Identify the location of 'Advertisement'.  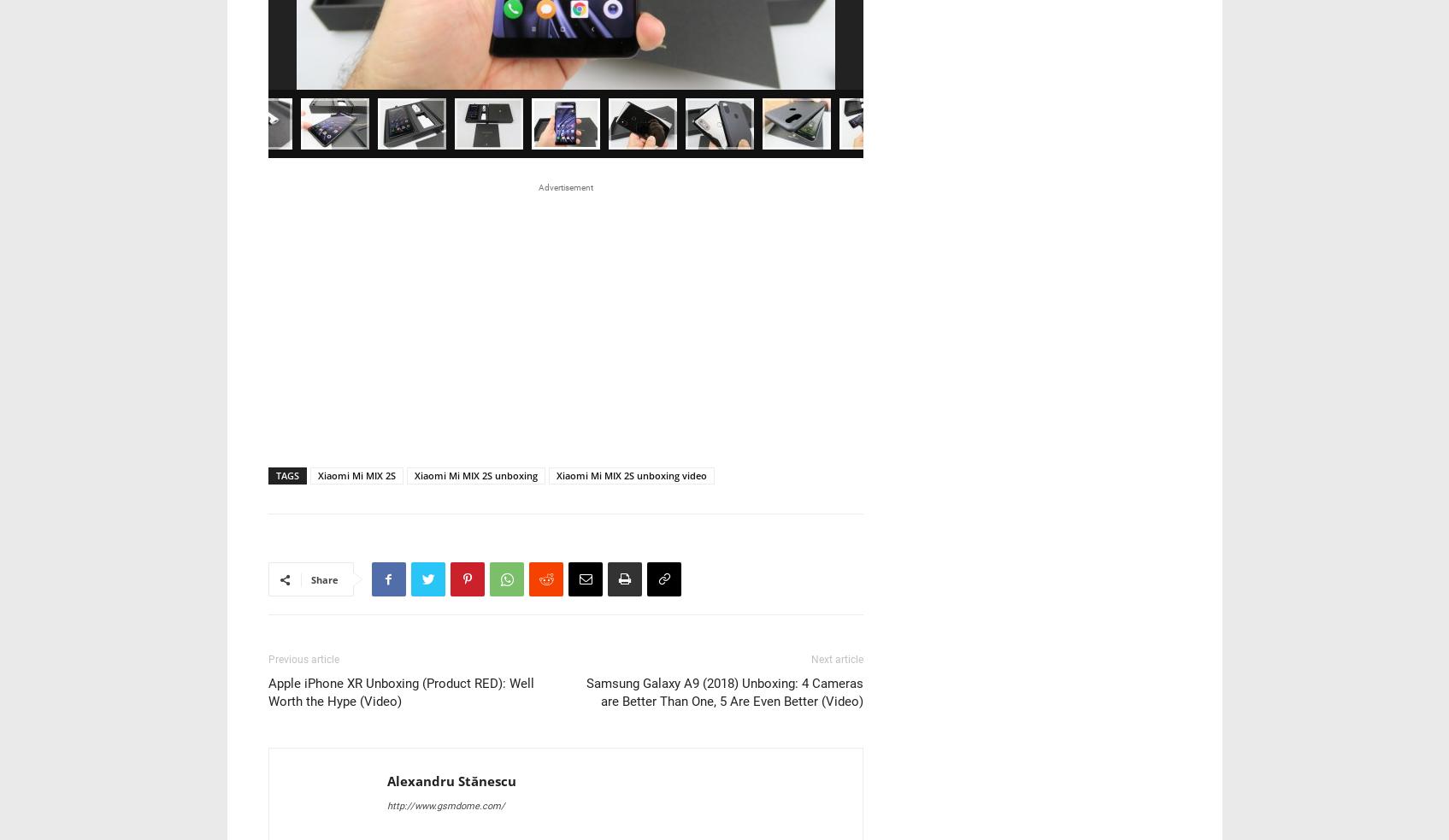
(565, 187).